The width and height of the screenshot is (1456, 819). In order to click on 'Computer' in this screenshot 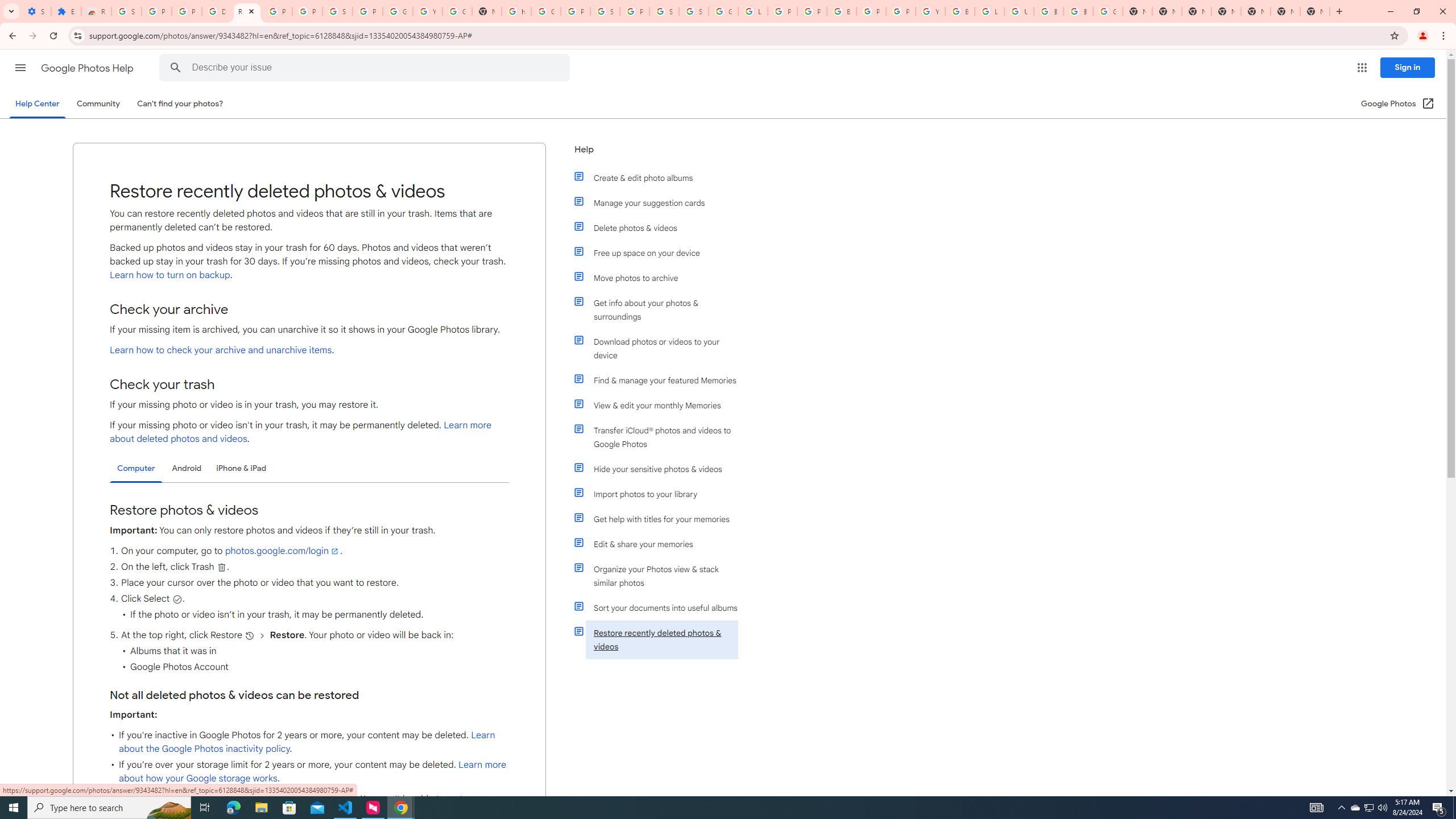, I will do `click(136, 469)`.